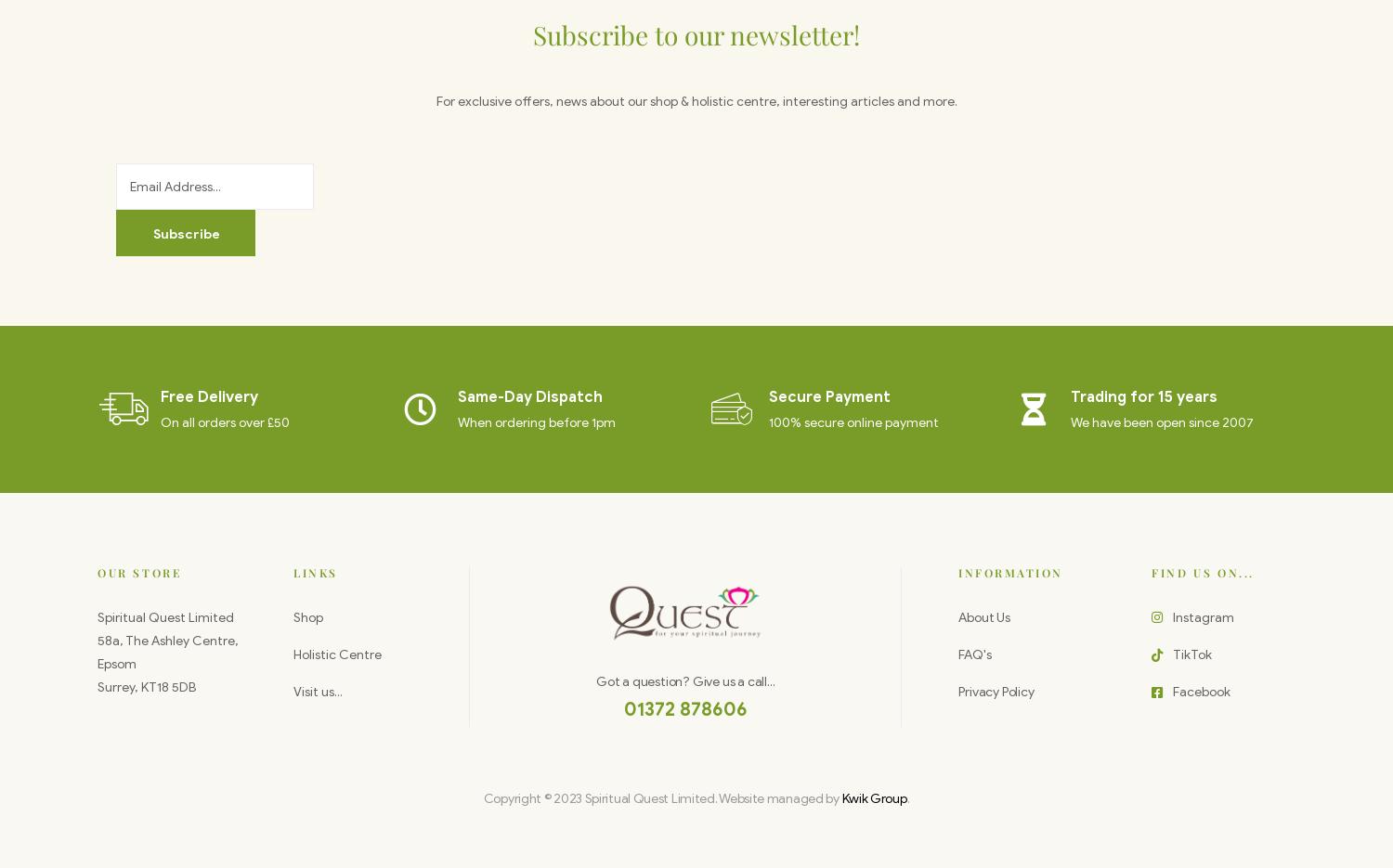  What do you see at coordinates (317, 692) in the screenshot?
I see `'Visit us...'` at bounding box center [317, 692].